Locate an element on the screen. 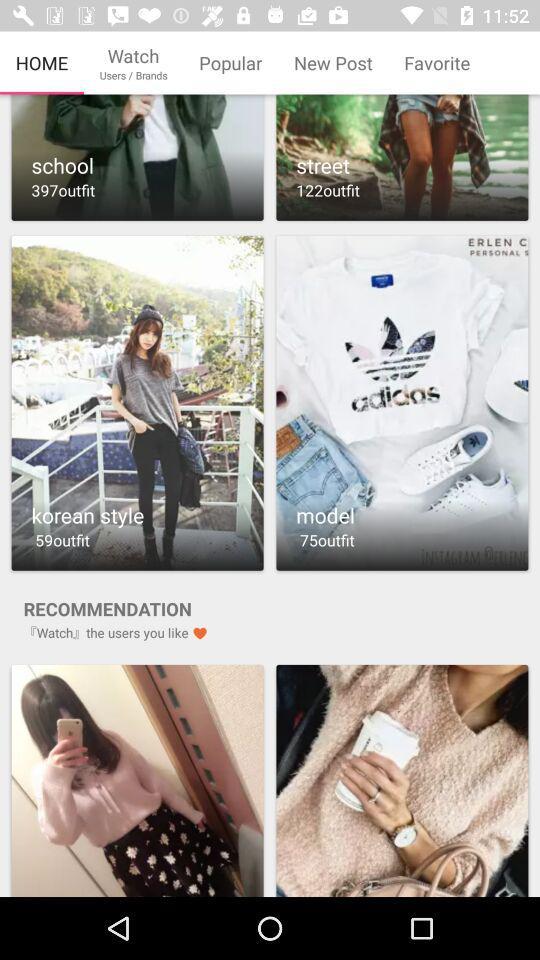 This screenshot has width=540, height=960. article is located at coordinates (402, 157).